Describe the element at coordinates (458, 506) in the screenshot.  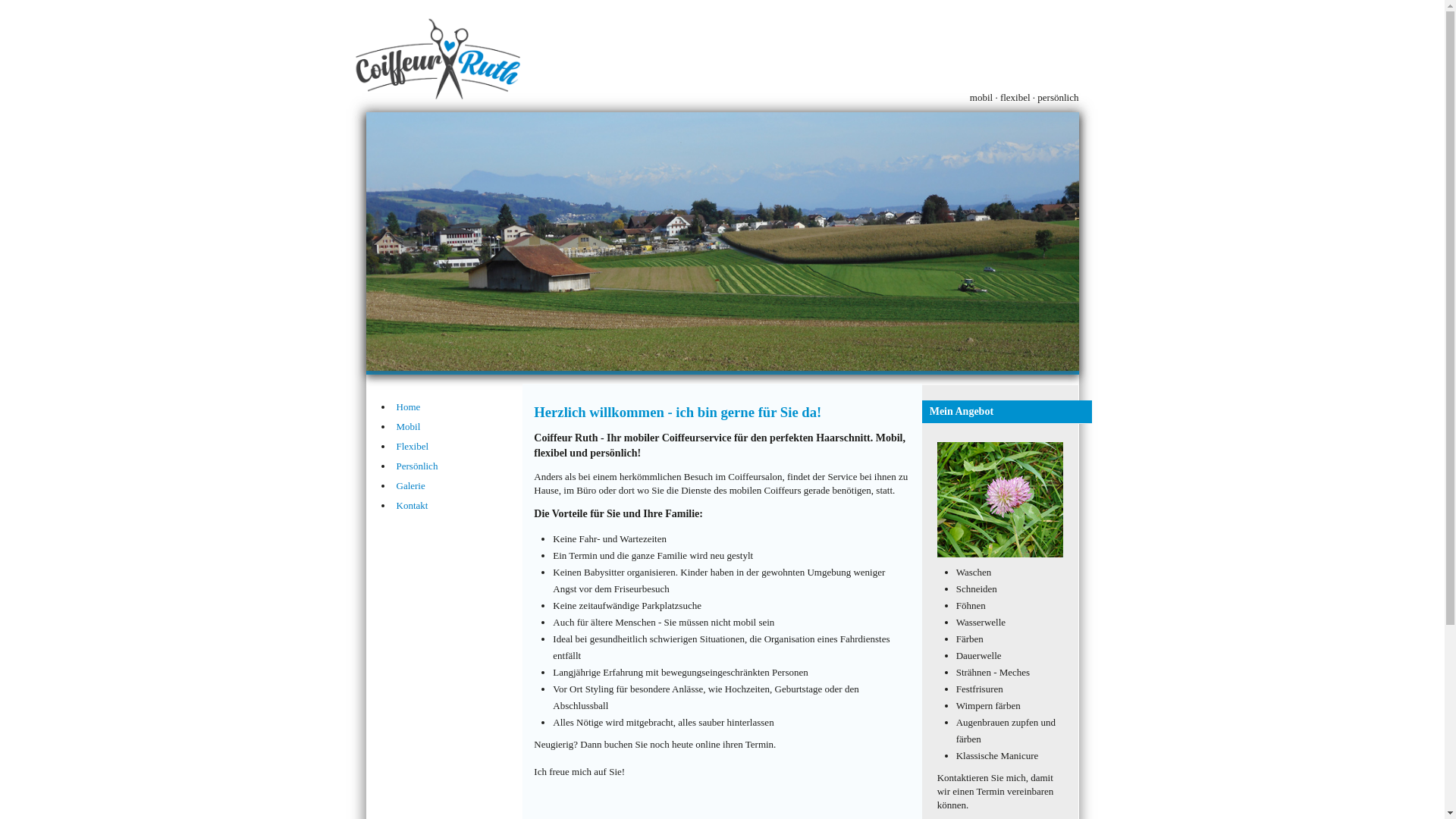
I see `'Kontakt'` at that location.